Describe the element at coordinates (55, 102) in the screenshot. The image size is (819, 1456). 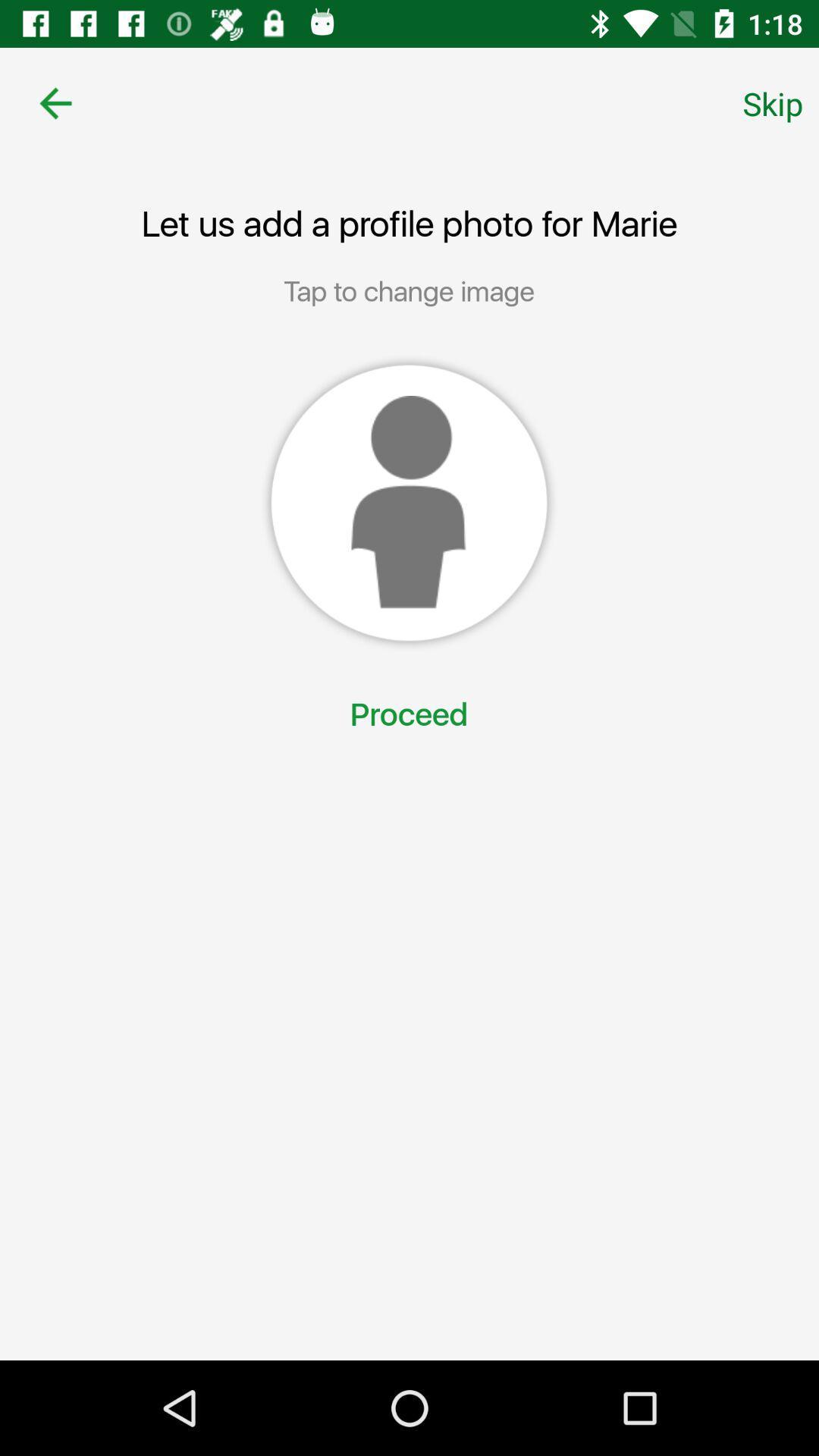
I see `the item next to the skip item` at that location.